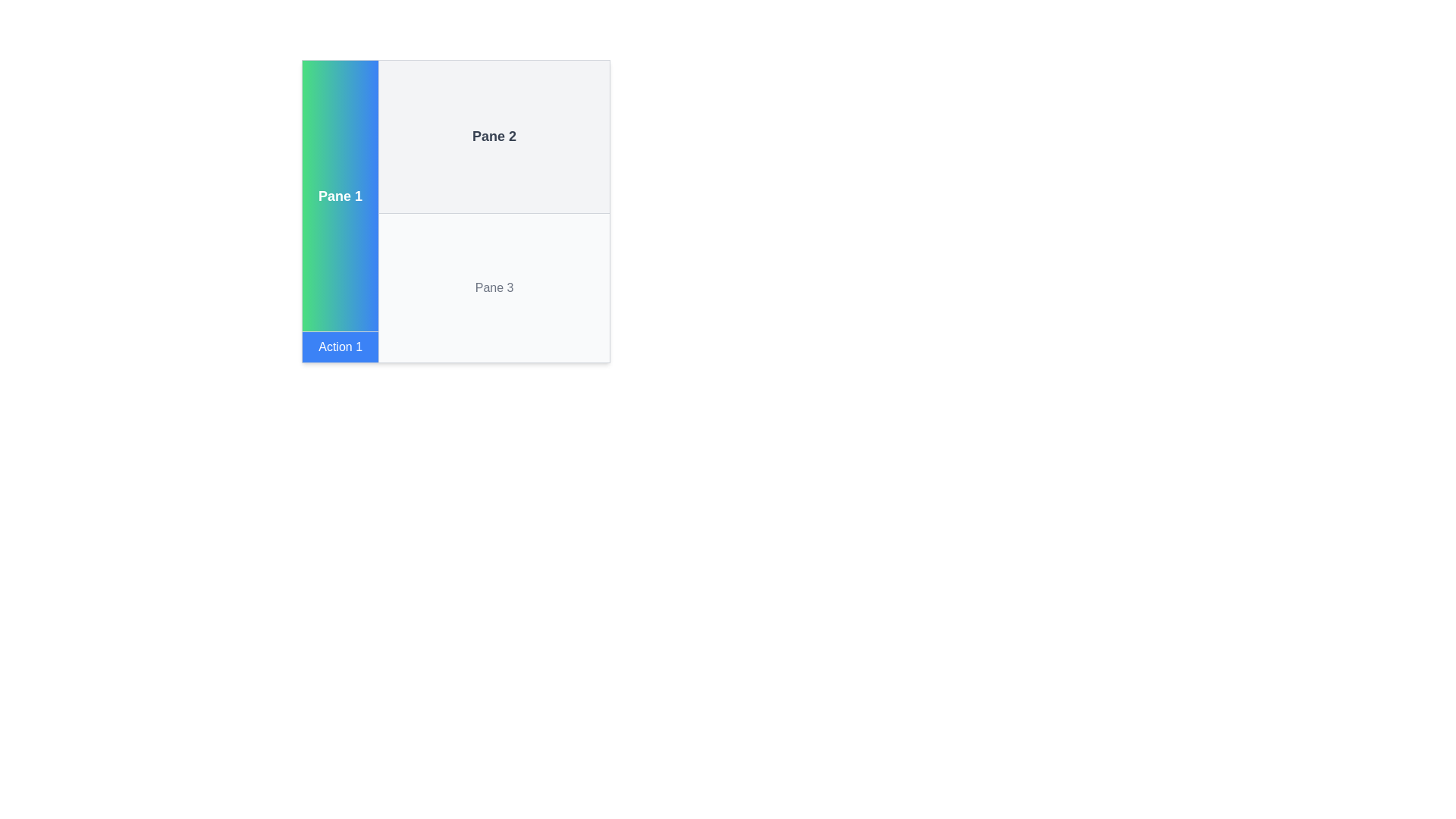 The width and height of the screenshot is (1456, 819). What do you see at coordinates (340, 195) in the screenshot?
I see `the Text Label that serves as a title for the pane, located near the top-left side of the layout, above the 'Action 1' button` at bounding box center [340, 195].